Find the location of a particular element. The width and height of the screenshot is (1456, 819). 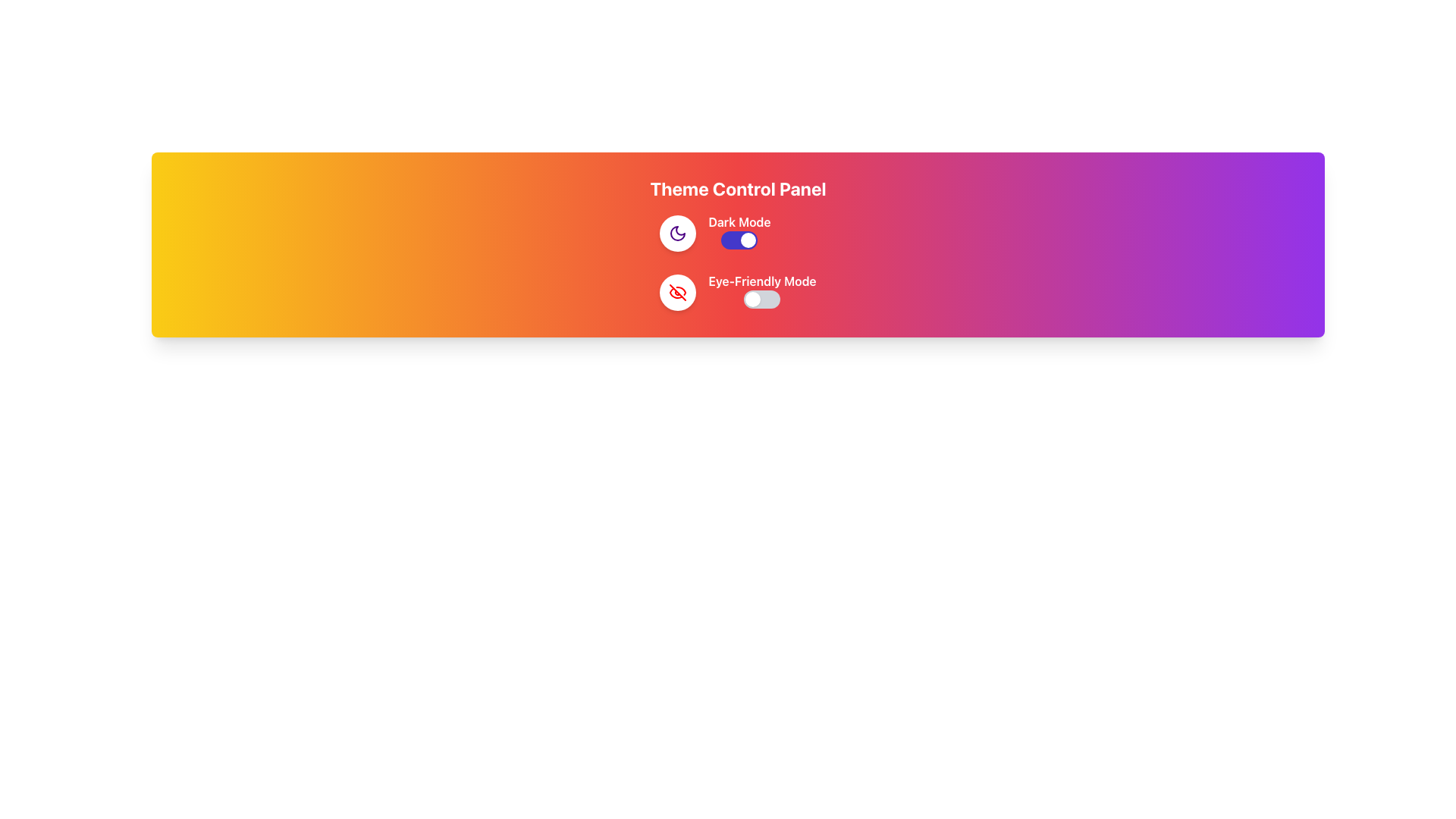

the toggle knob on the second toggle switch of the 'Theme Control Panel' interface is located at coordinates (753, 299).